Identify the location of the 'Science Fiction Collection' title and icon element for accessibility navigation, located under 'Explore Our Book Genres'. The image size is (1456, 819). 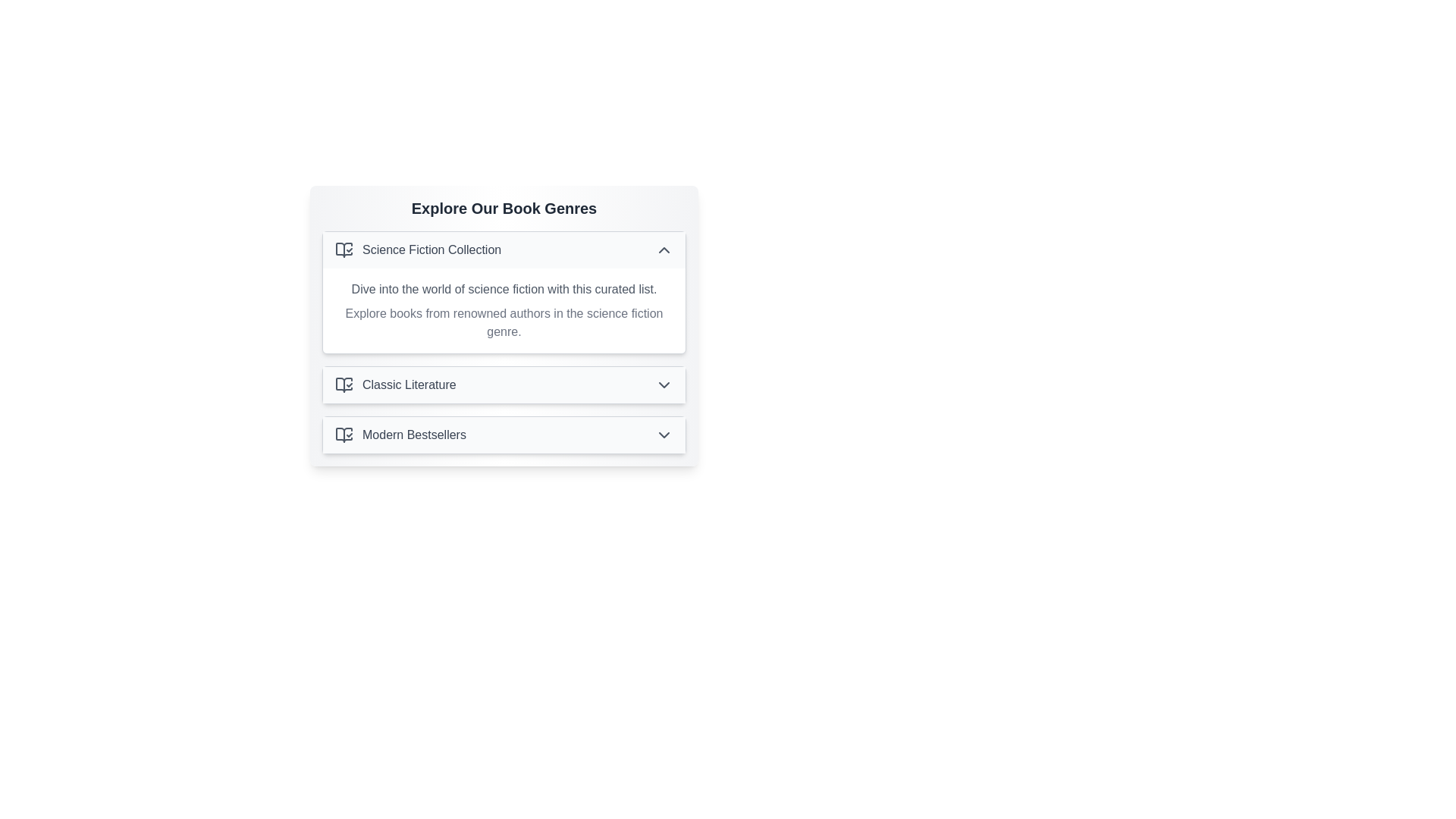
(418, 249).